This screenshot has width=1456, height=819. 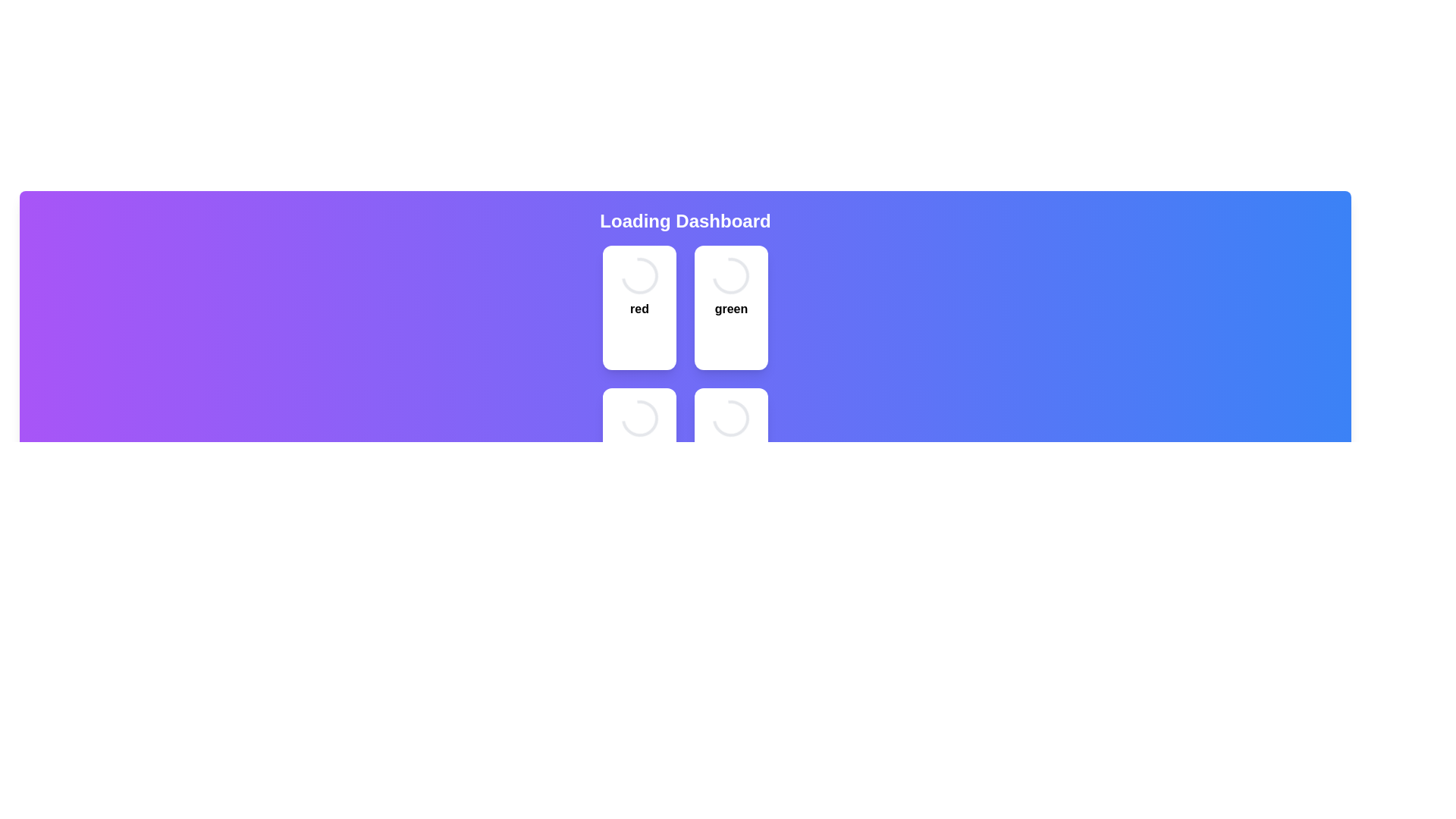 I want to click on the grid layout containing loading indicators to navigate between items, so click(x=684, y=378).